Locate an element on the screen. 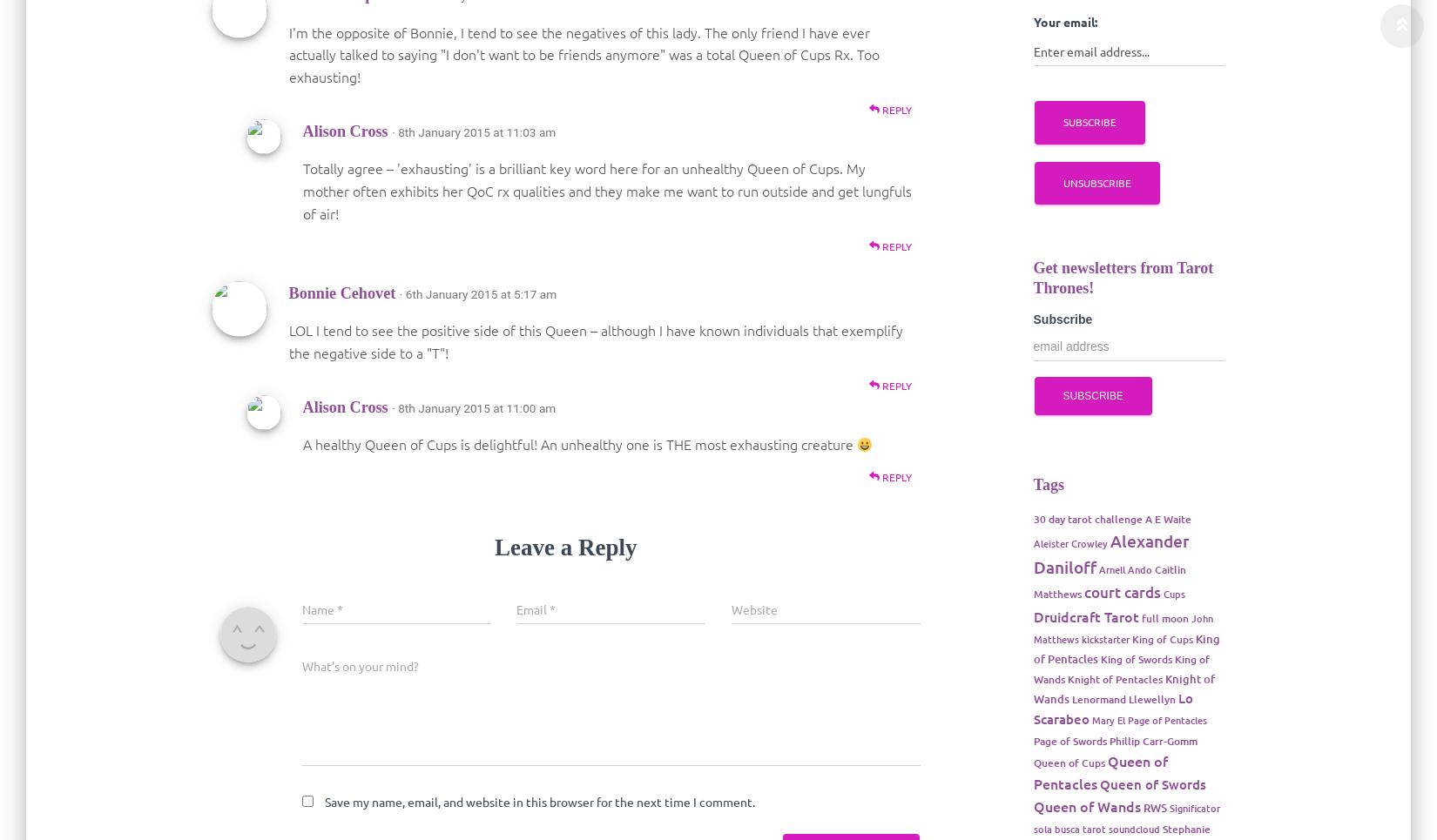 The image size is (1437, 840). 'Knight of Wands' is located at coordinates (1122, 689).